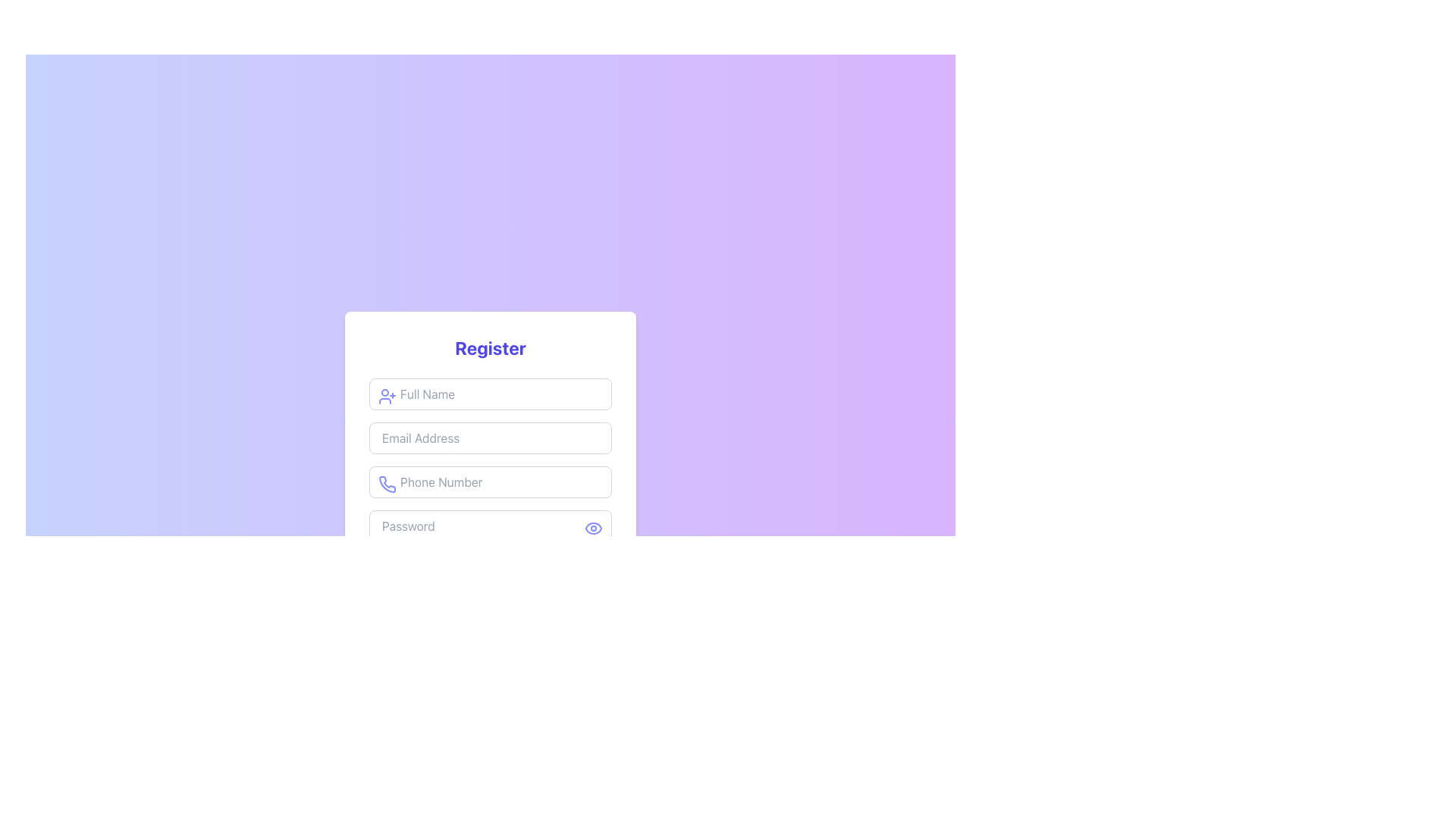 Image resolution: width=1456 pixels, height=819 pixels. I want to click on the toggle icon located at the top-right corner of the password input field, so click(592, 528).